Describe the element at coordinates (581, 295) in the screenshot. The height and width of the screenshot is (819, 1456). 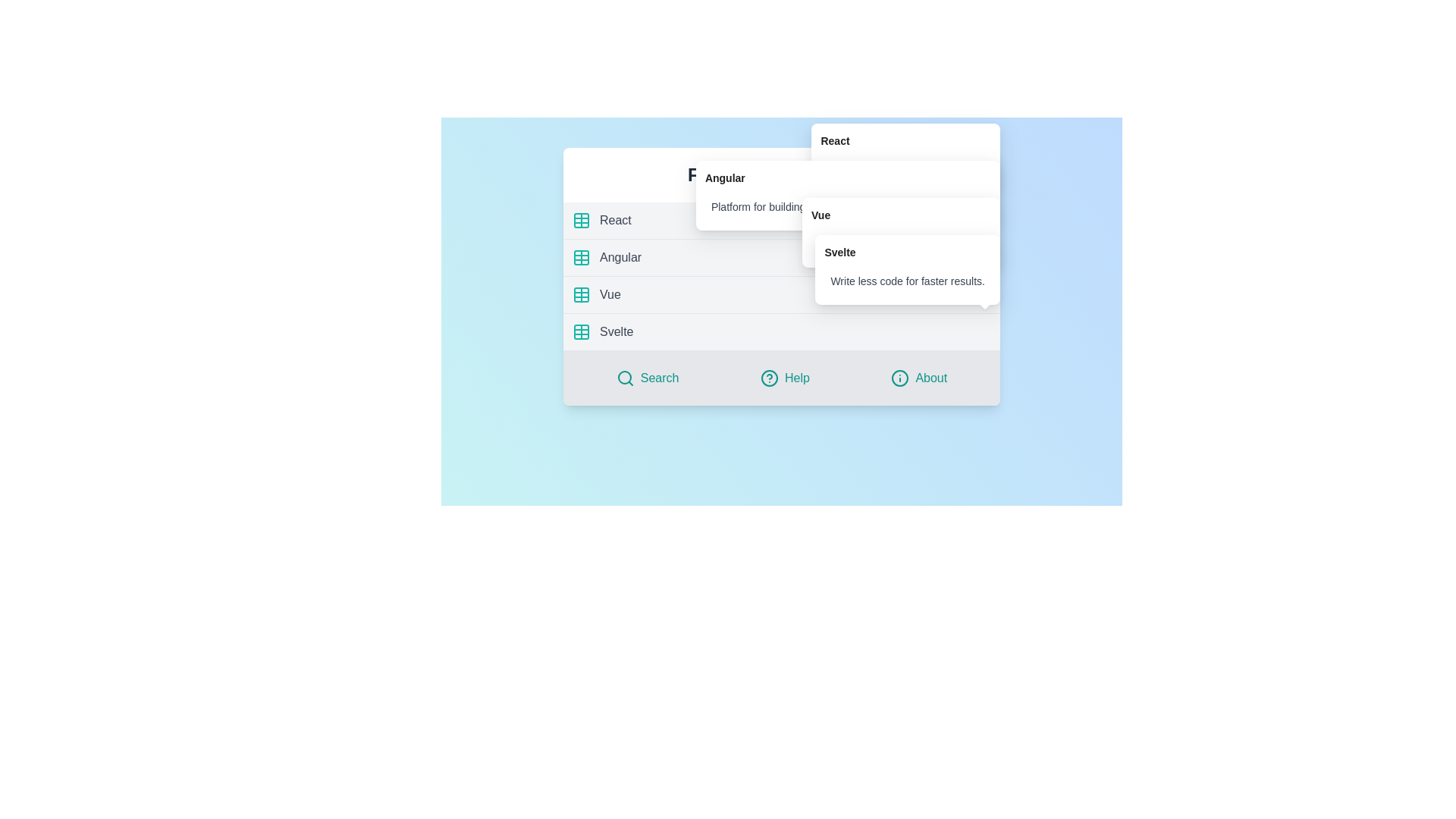
I see `the first icon in the 'Vue' row, which resembles a table grid with a teal outline` at that location.